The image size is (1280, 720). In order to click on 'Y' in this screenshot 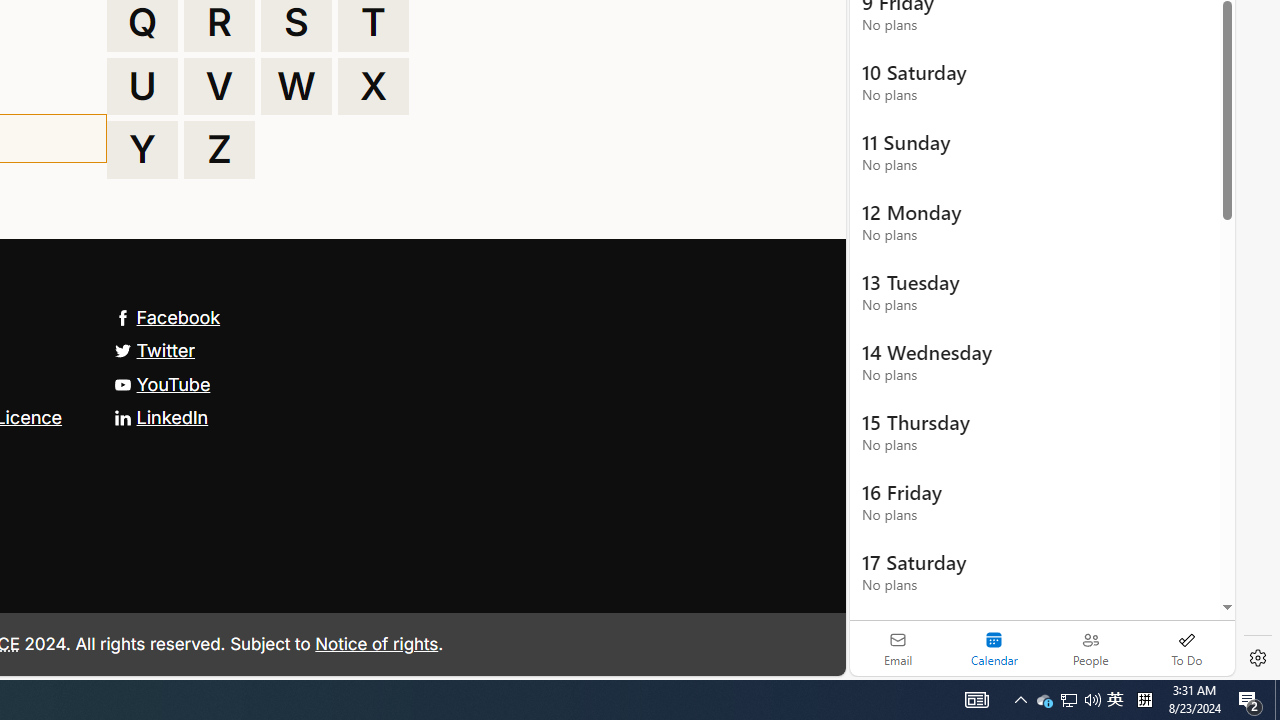, I will do `click(141, 149)`.